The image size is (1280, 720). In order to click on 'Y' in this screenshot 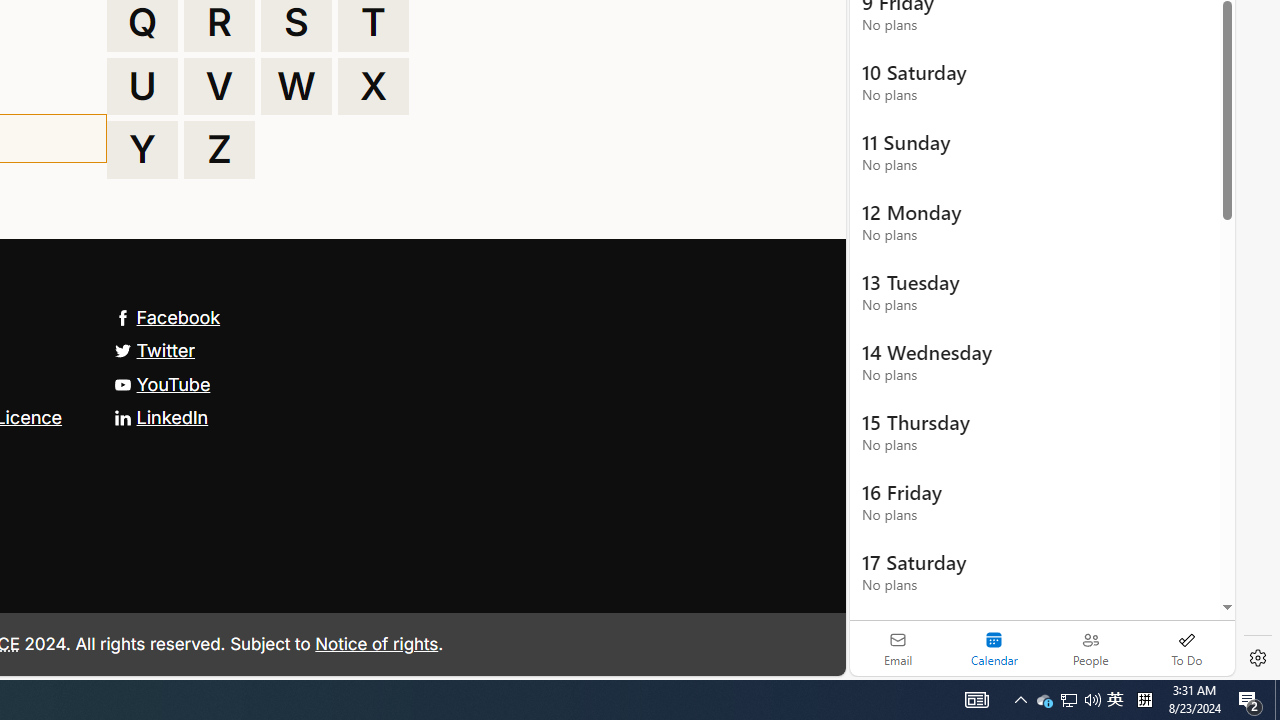, I will do `click(141, 149)`.